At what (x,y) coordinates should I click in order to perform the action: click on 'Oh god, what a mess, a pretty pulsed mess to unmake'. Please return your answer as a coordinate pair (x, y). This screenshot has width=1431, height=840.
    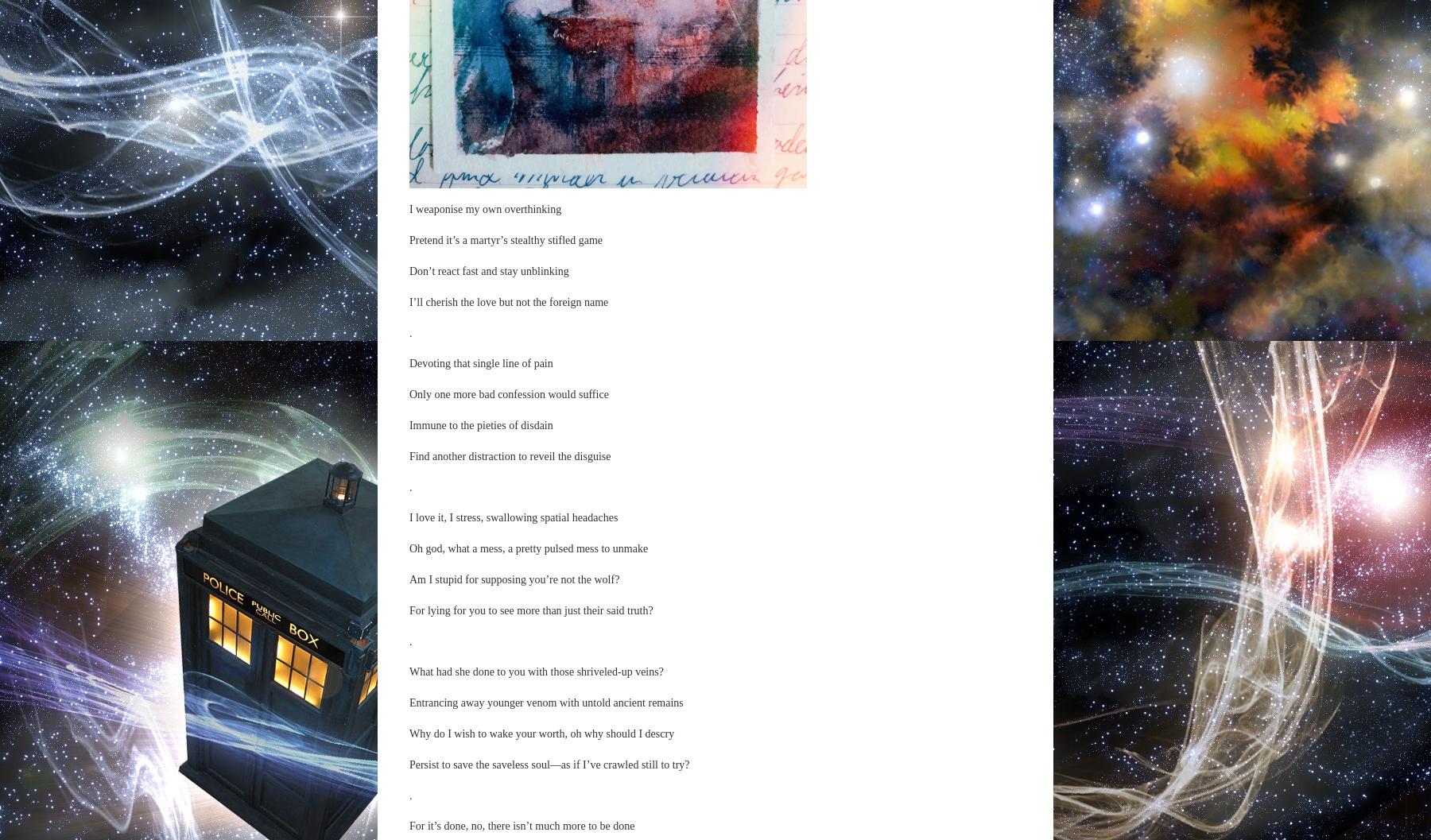
    Looking at the image, I should click on (528, 548).